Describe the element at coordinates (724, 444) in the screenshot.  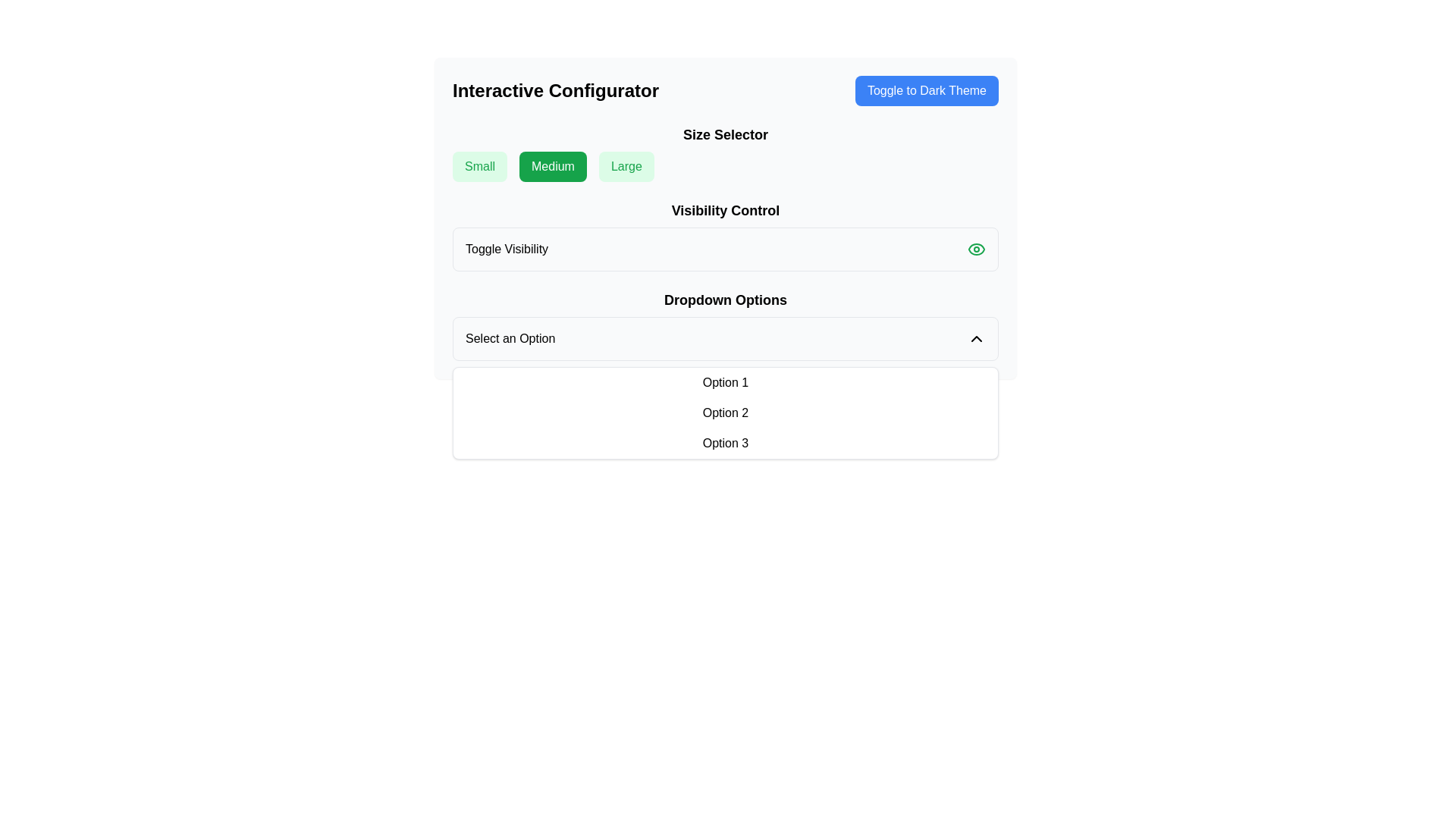
I see `the third item in the dropdown menu` at that location.